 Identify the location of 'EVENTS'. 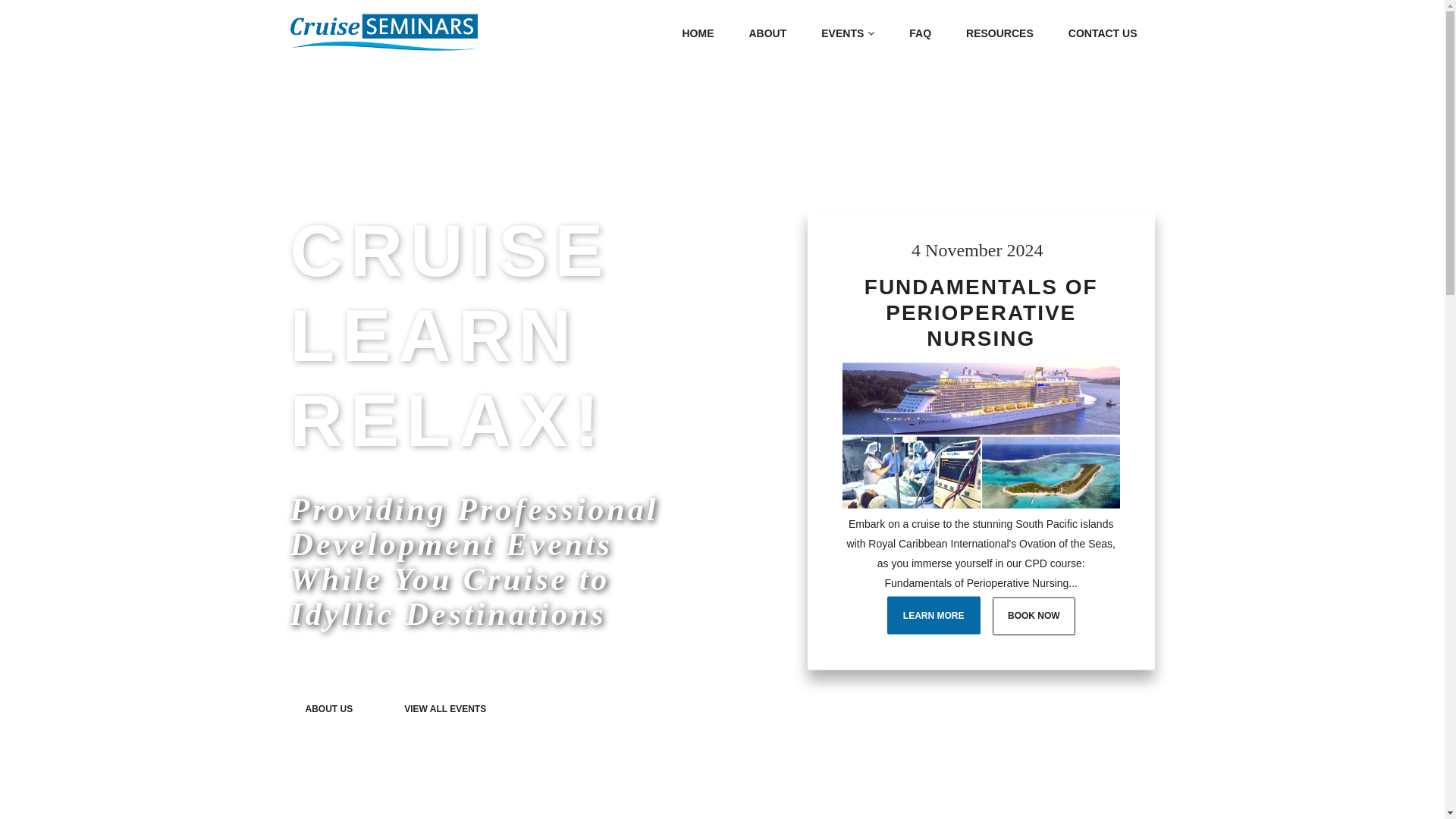
(847, 33).